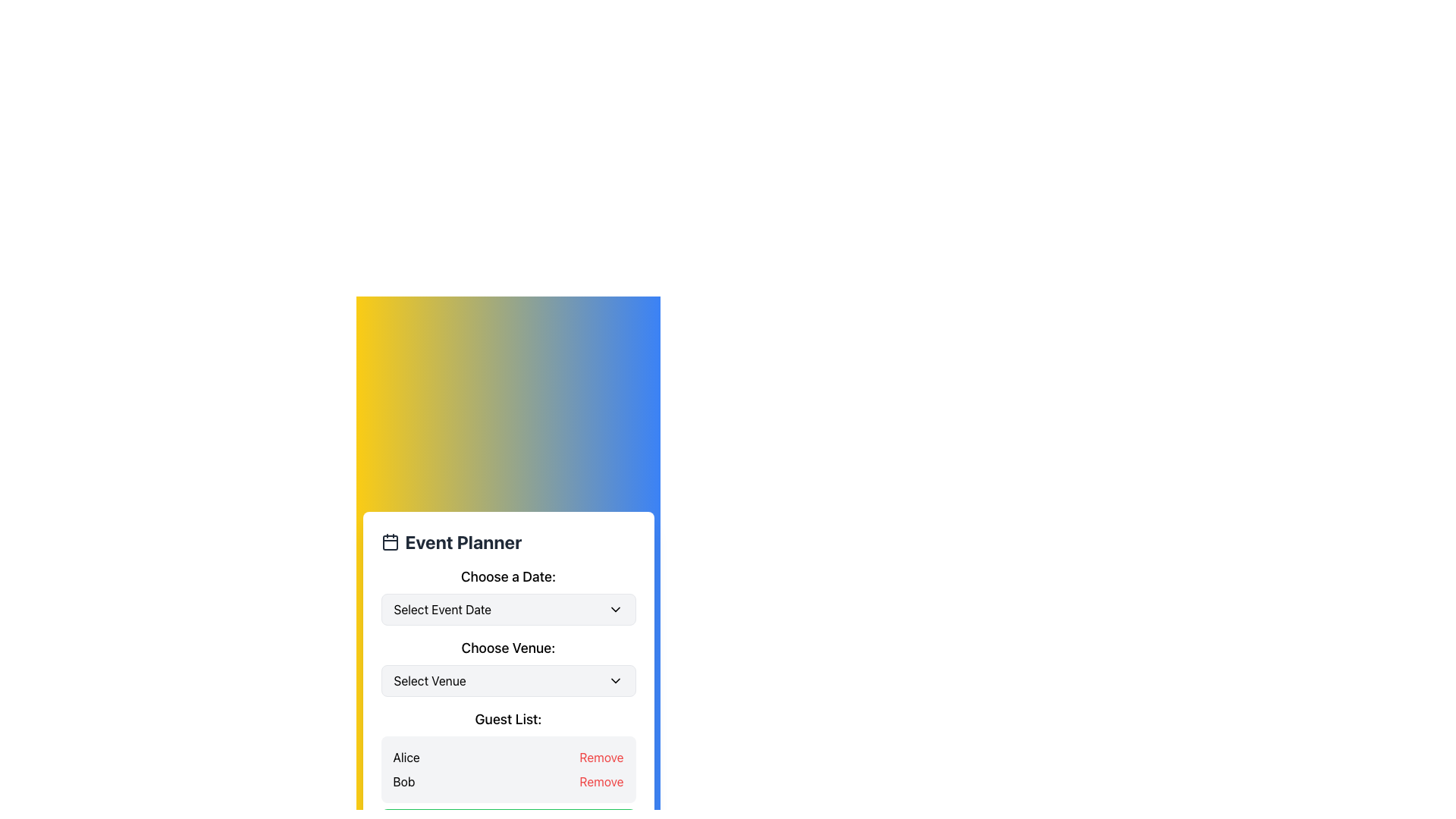  Describe the element at coordinates (615, 608) in the screenshot. I see `the Chevron Icon located on the right edge of the dropdown selector for event dates, next to the text 'Select Event Date'` at that location.